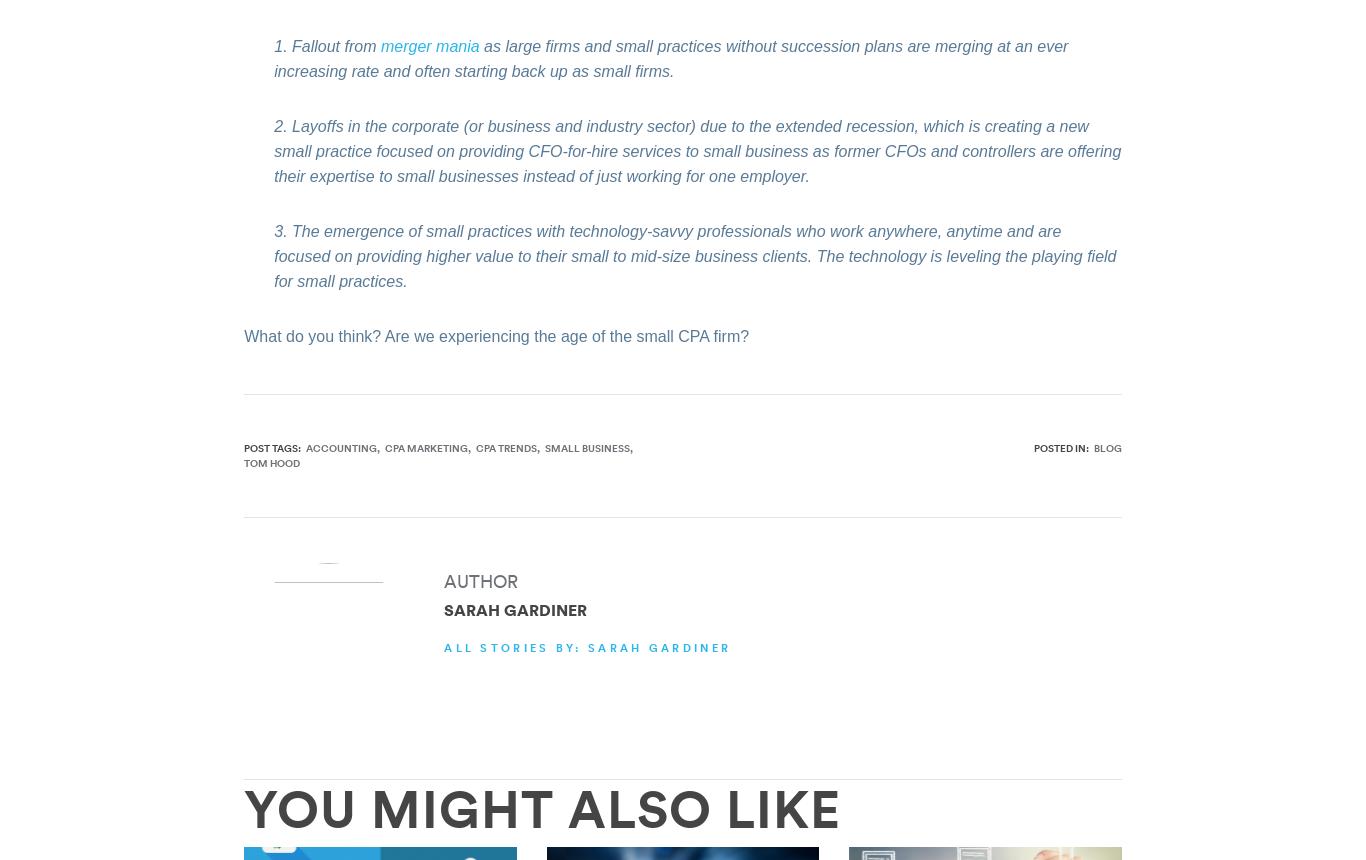  What do you see at coordinates (695, 255) in the screenshot?
I see `'3. The emergence of small practices with technology-savvy professionals who work anywhere, anytime and are focused on providing higher value to their small to mid-size business clients. The technology is leveling the playing field for small practices.'` at bounding box center [695, 255].